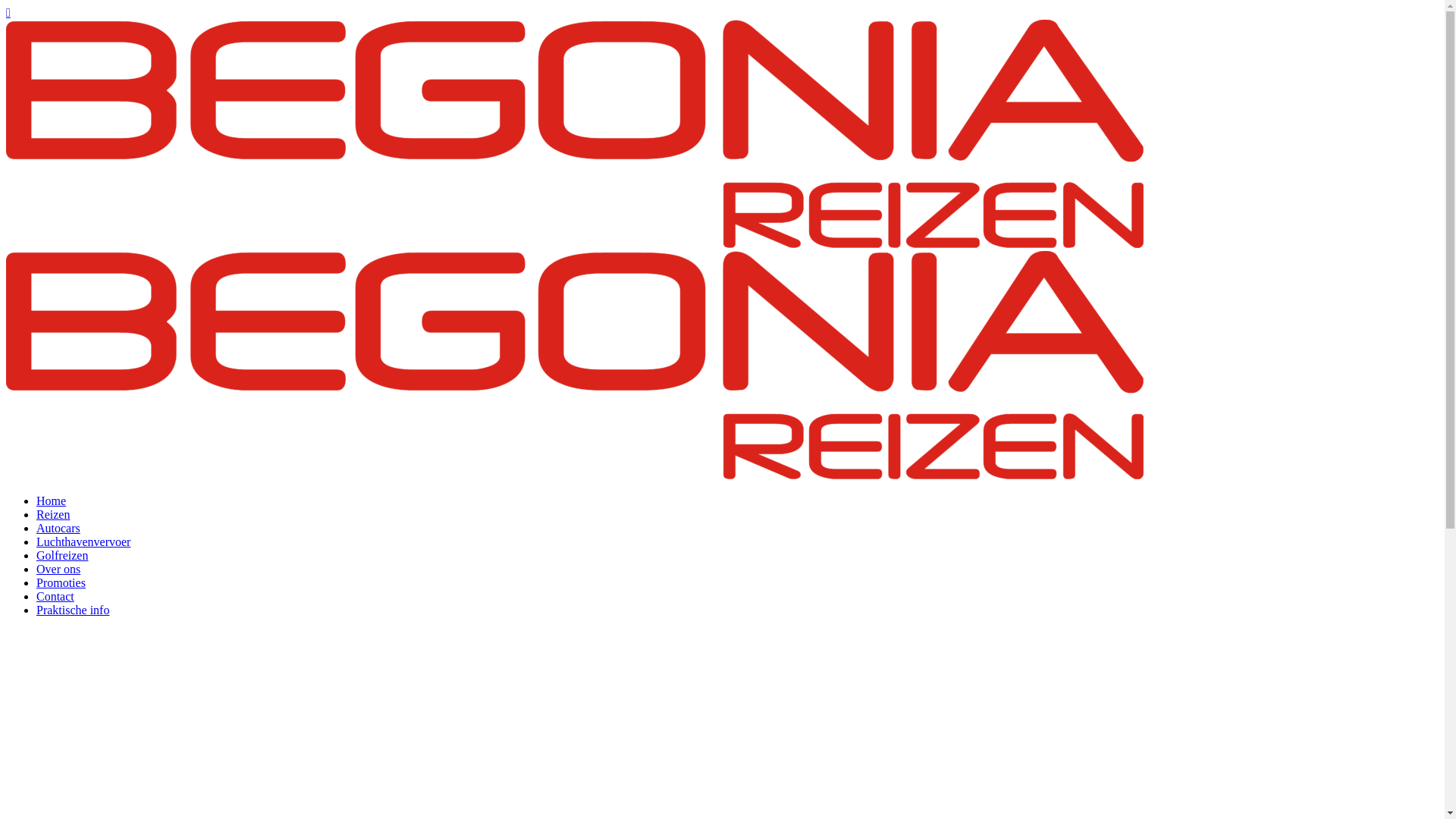 The height and width of the screenshot is (819, 1456). What do you see at coordinates (58, 527) in the screenshot?
I see `'Autocars'` at bounding box center [58, 527].